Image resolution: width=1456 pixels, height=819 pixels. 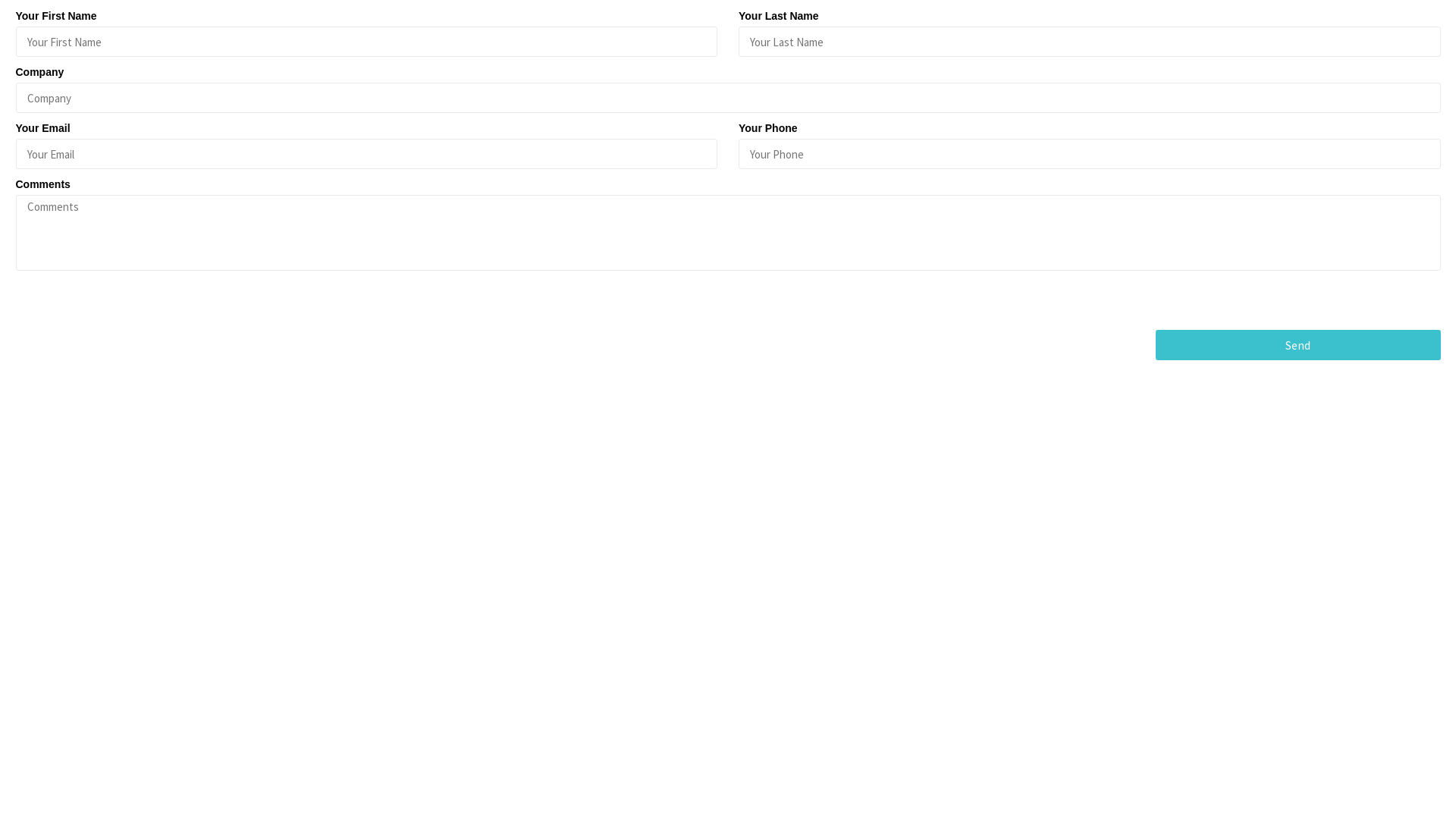 I want to click on 'Send', so click(x=1298, y=345).